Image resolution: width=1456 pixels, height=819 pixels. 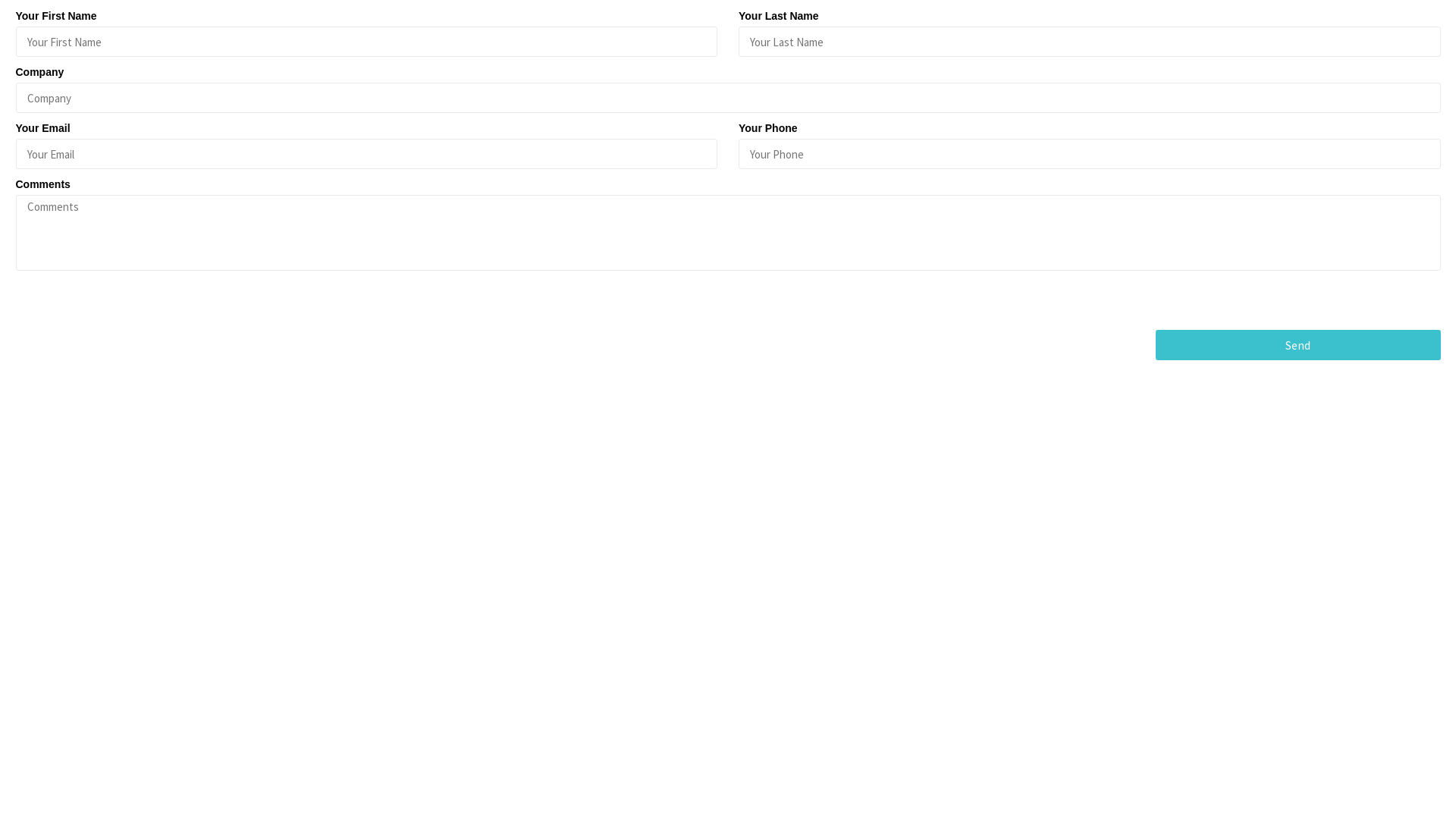 I want to click on 'Send', so click(x=1298, y=345).